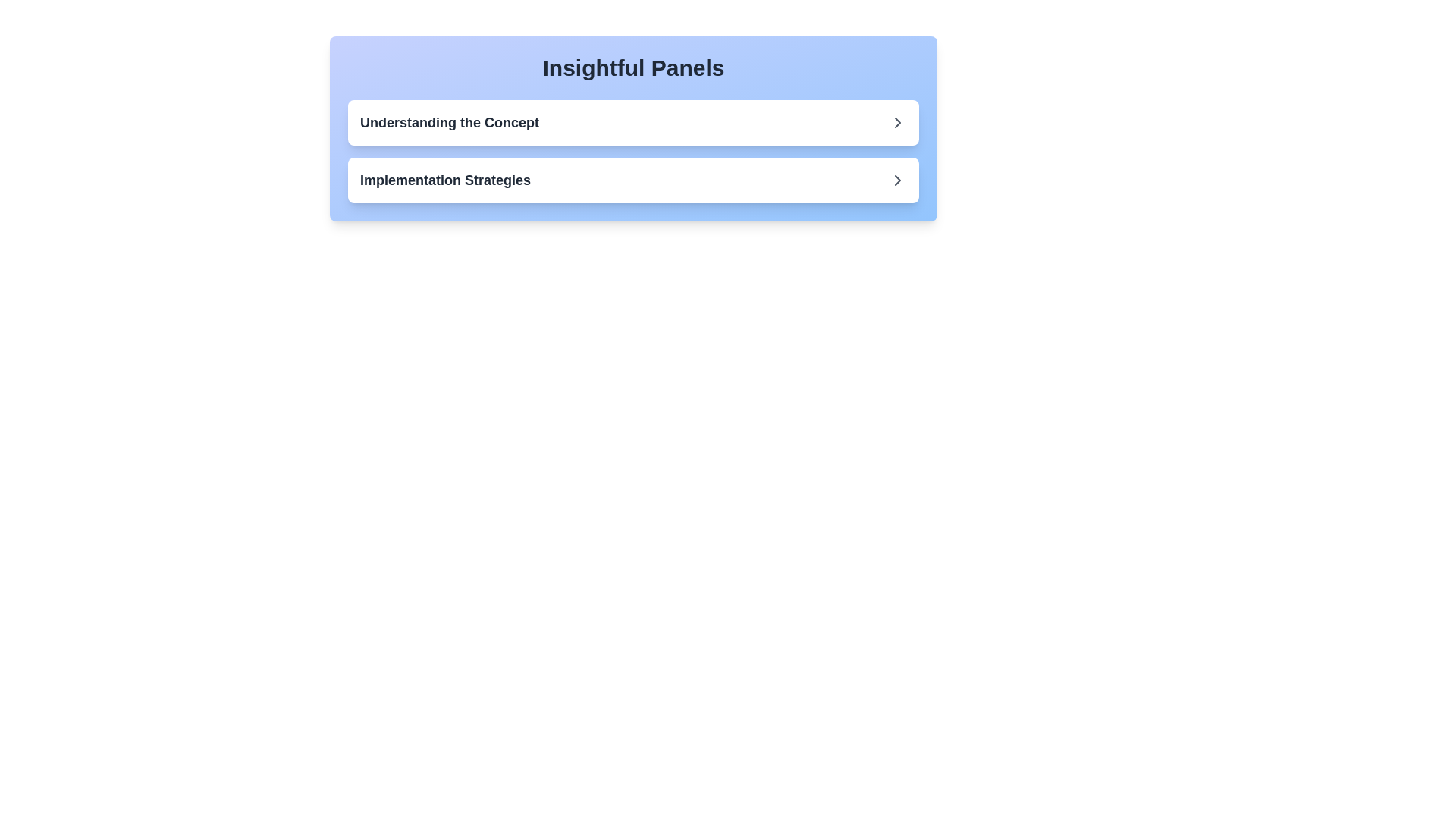 Image resolution: width=1456 pixels, height=819 pixels. Describe the element at coordinates (898, 122) in the screenshot. I see `the right-facing chevron icon with a thin gray stroke located at the far right inside the group labeled 'Understanding the Concept'` at that location.